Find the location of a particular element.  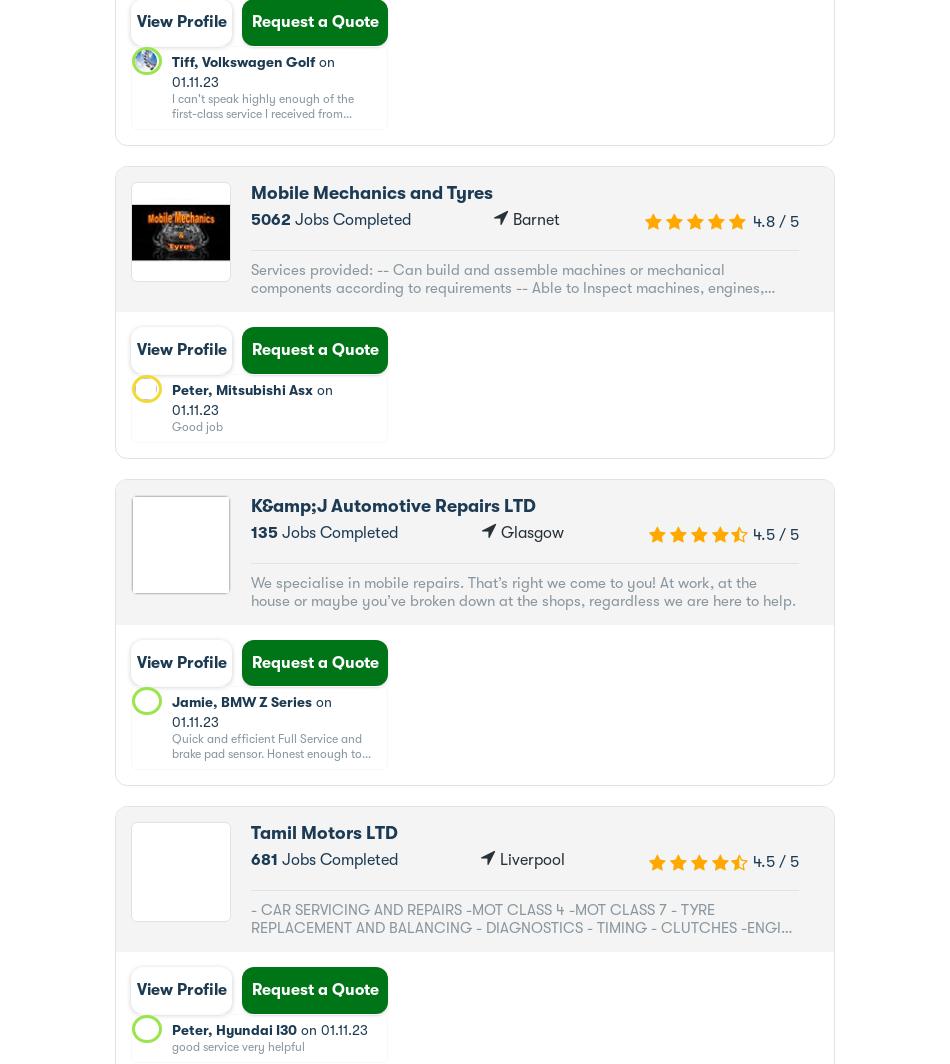

'Jamie, BMW Z Series' is located at coordinates (240, 702).